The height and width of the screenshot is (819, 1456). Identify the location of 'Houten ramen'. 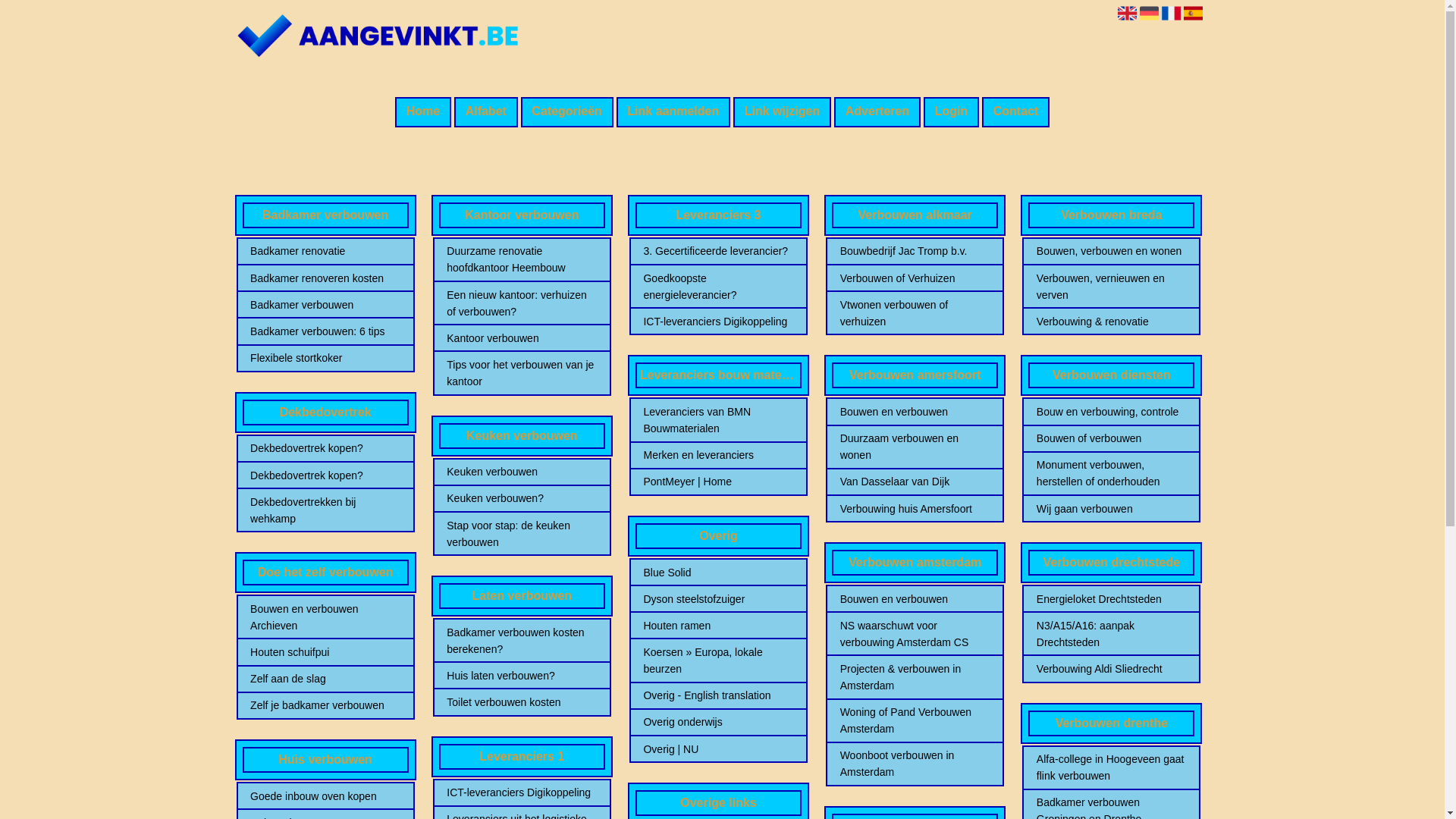
(717, 626).